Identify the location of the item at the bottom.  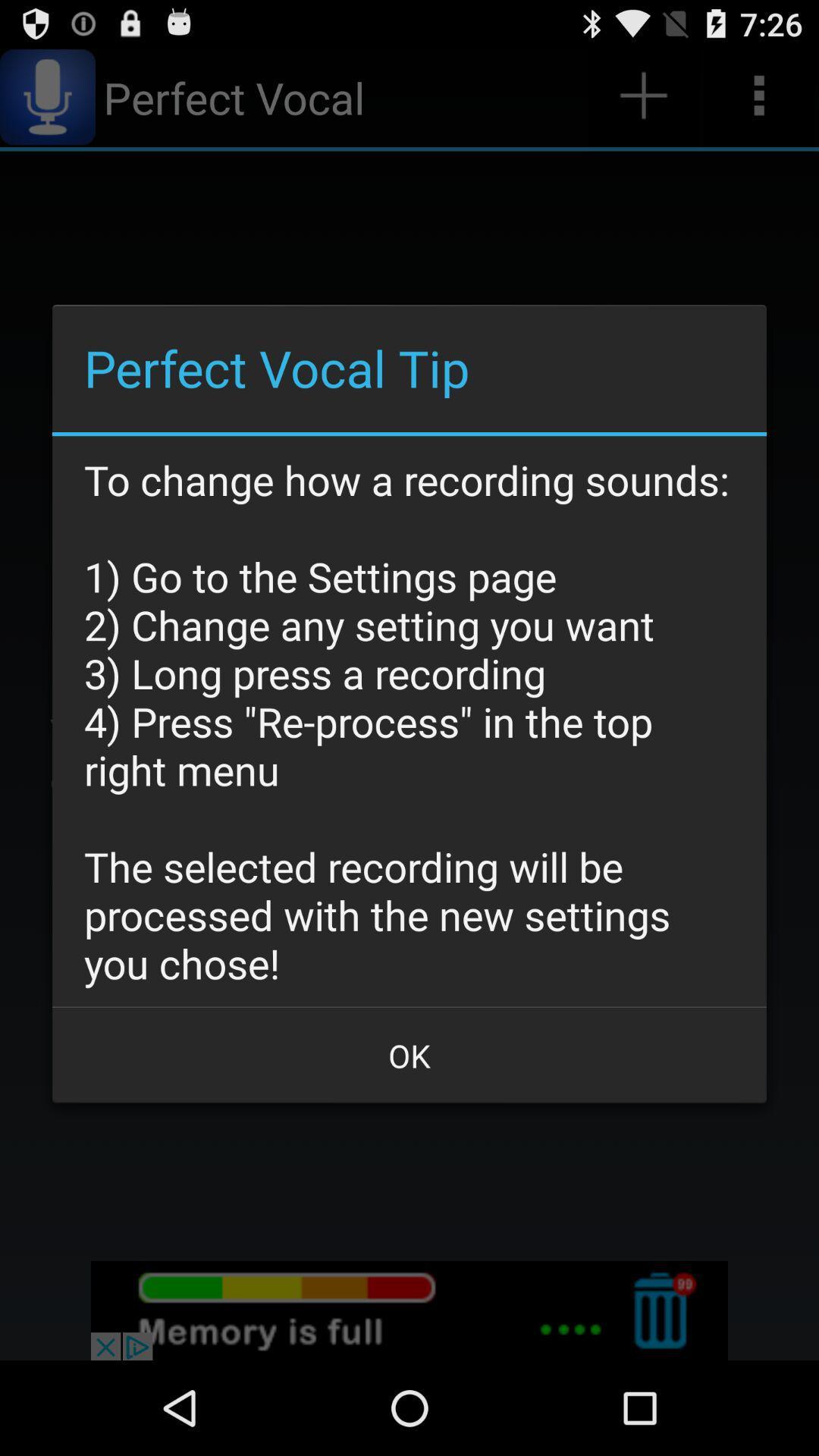
(409, 1055).